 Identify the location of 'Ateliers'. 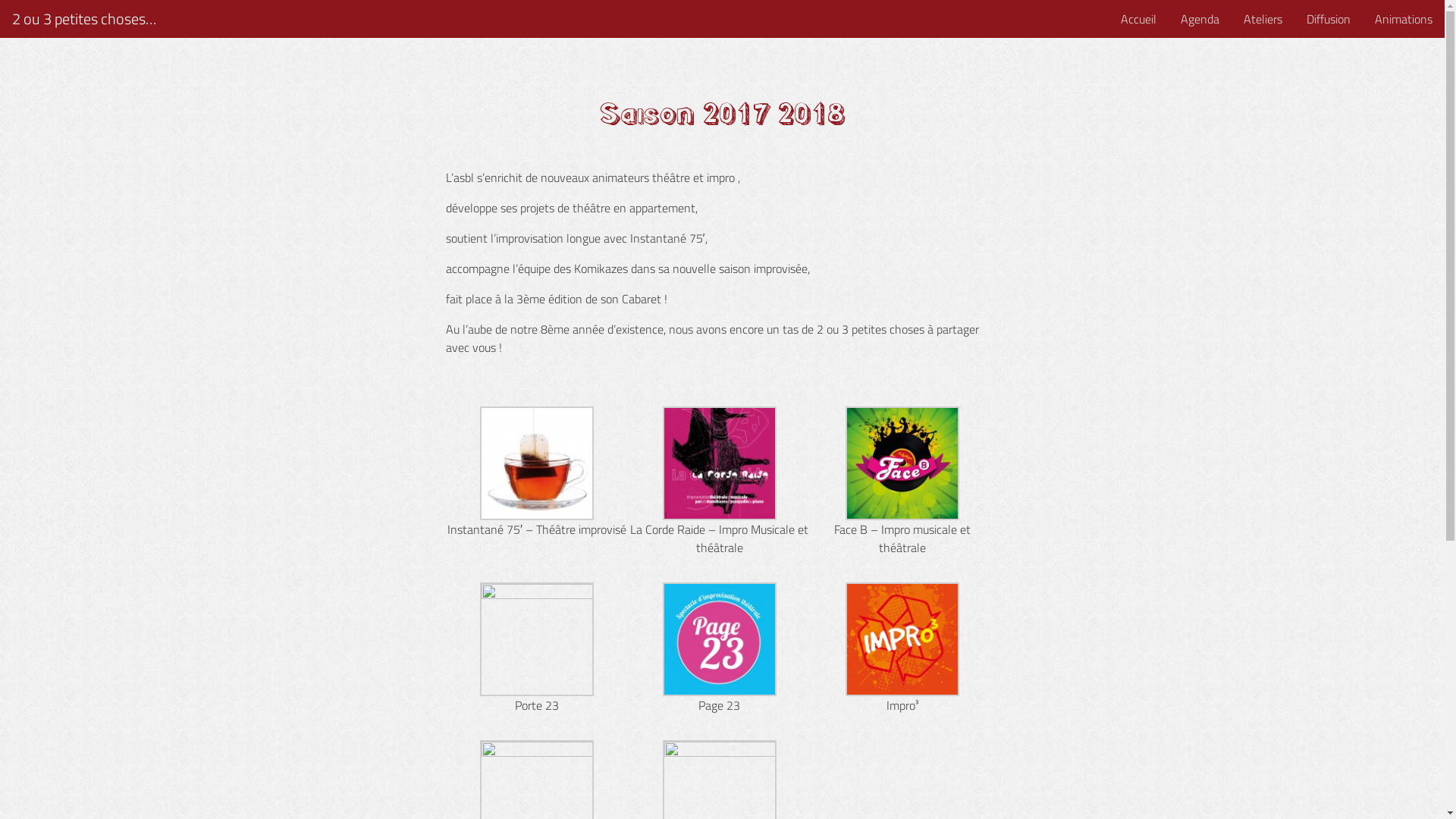
(1263, 18).